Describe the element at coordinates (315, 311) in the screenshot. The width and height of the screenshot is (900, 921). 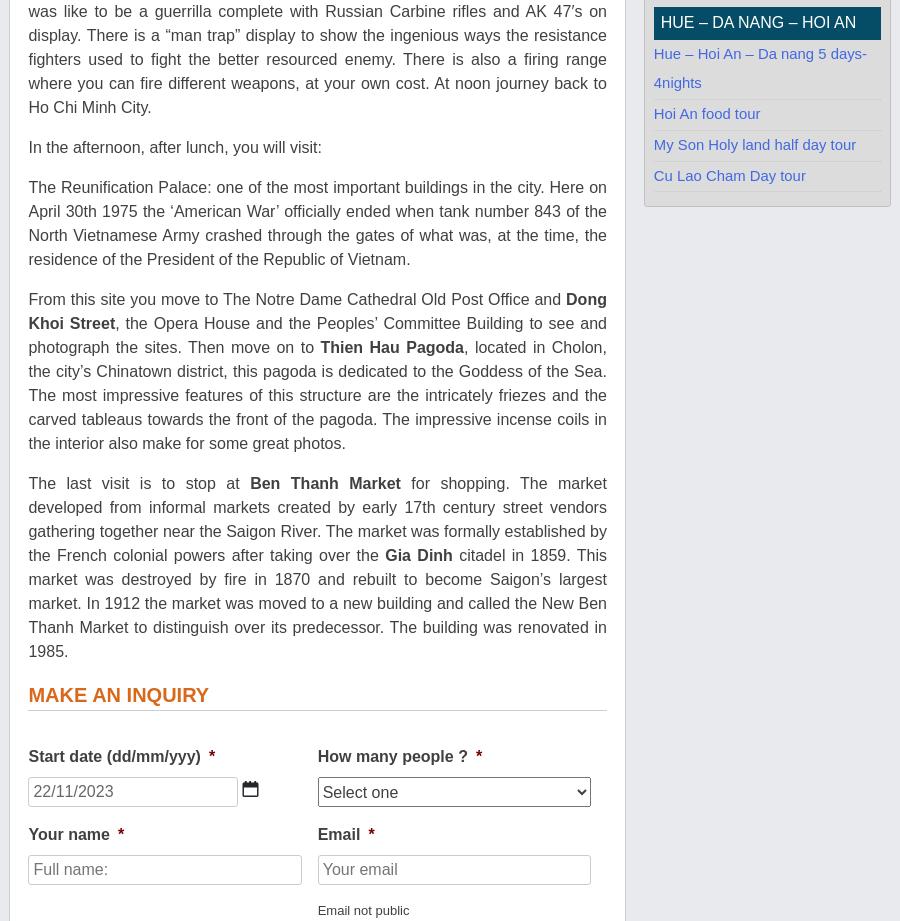
I see `'Dong Khoi Street'` at that location.